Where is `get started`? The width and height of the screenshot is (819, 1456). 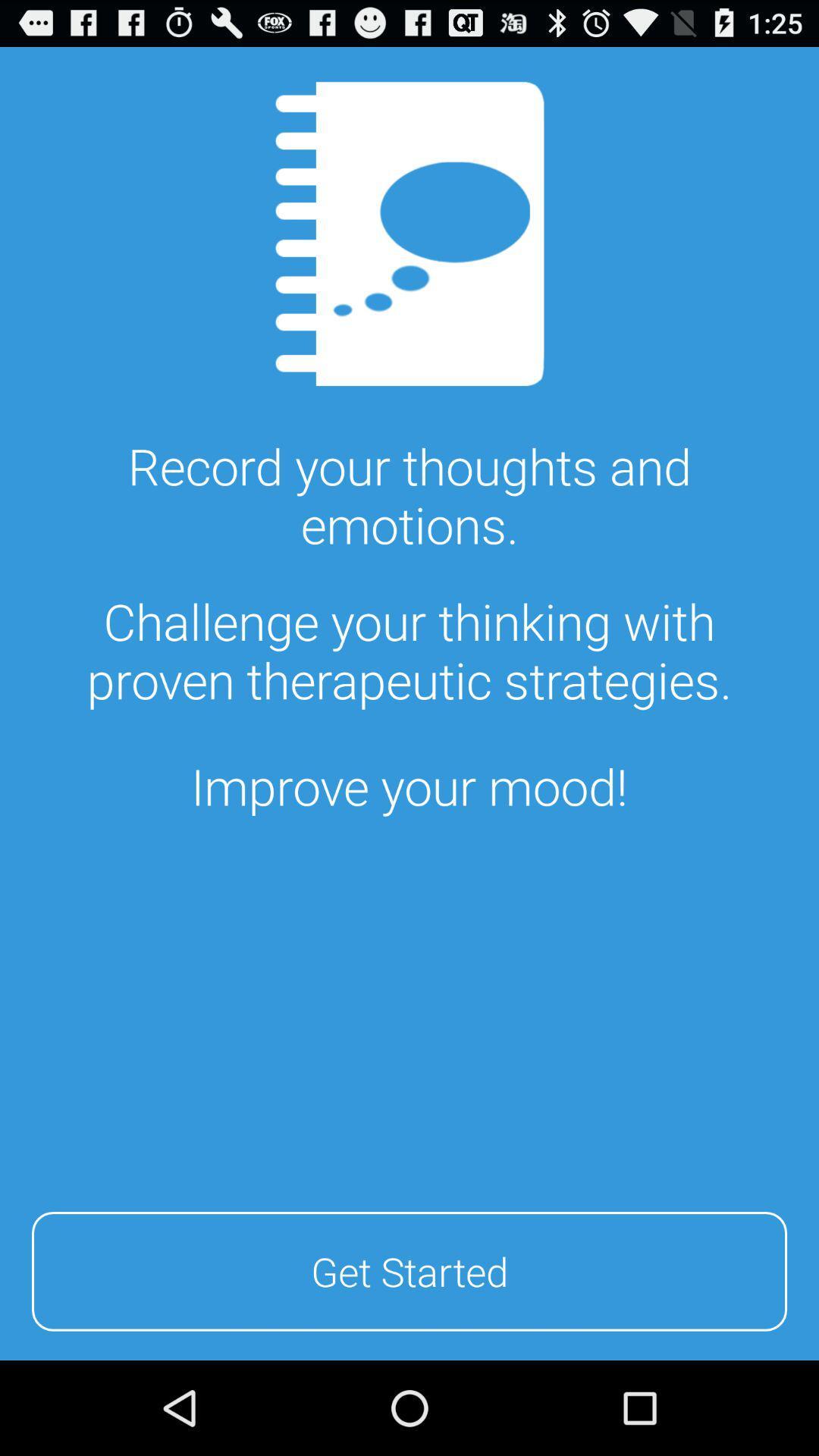 get started is located at coordinates (409, 1269).